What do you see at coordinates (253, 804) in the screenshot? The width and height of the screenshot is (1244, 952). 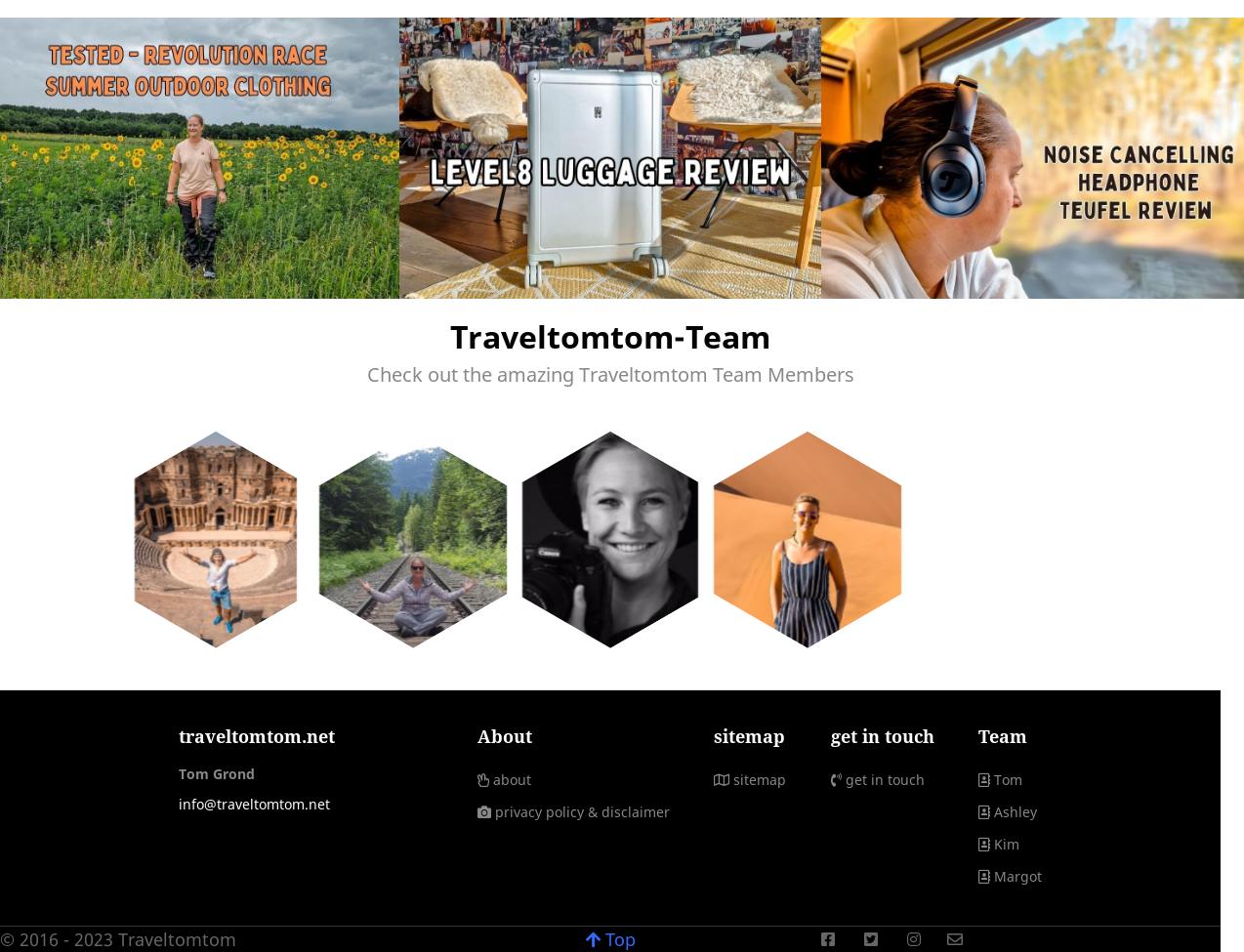 I see `'info@traveltomtom.net'` at bounding box center [253, 804].